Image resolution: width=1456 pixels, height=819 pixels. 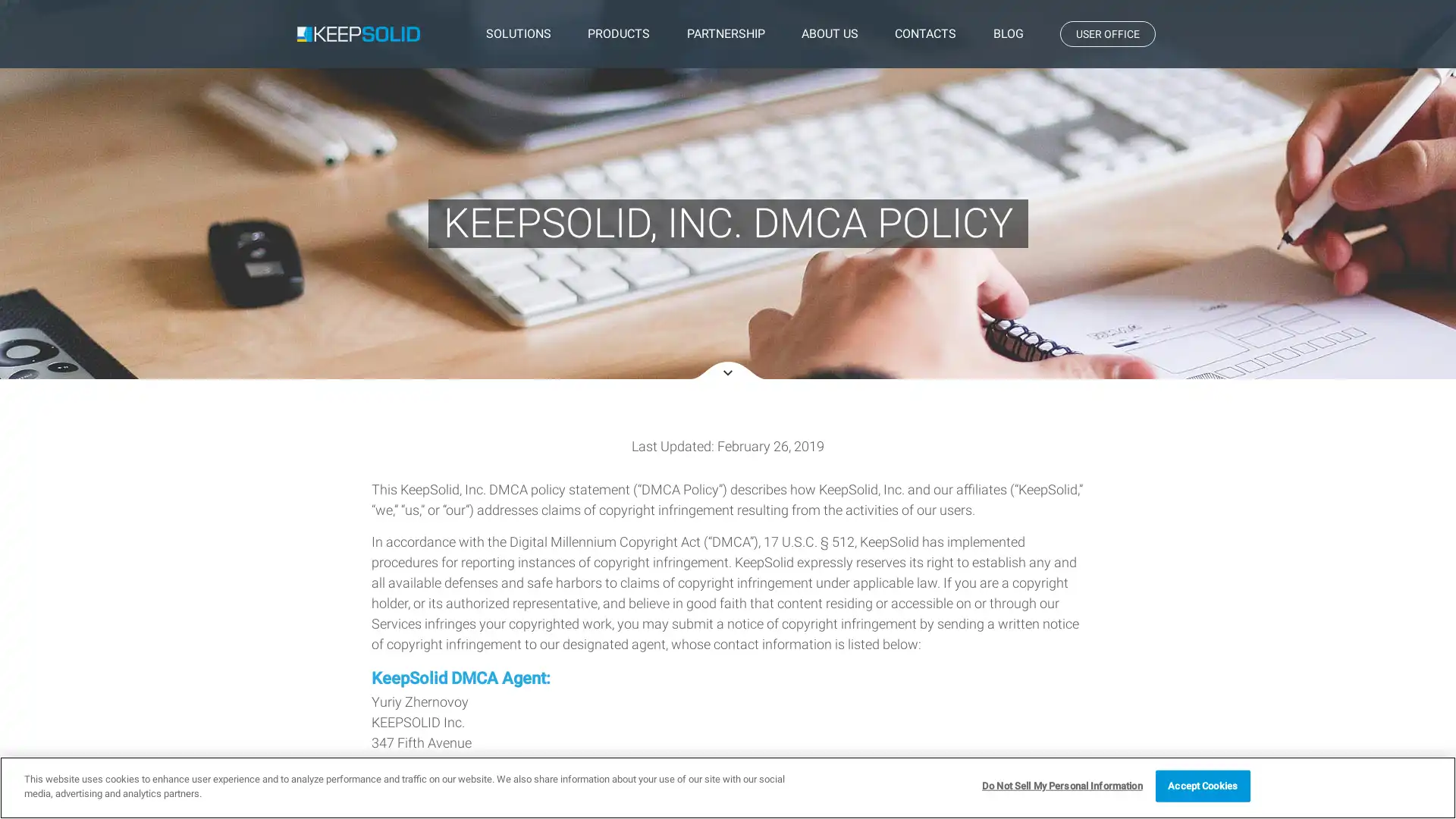 What do you see at coordinates (1201, 785) in the screenshot?
I see `Accept Cookies` at bounding box center [1201, 785].